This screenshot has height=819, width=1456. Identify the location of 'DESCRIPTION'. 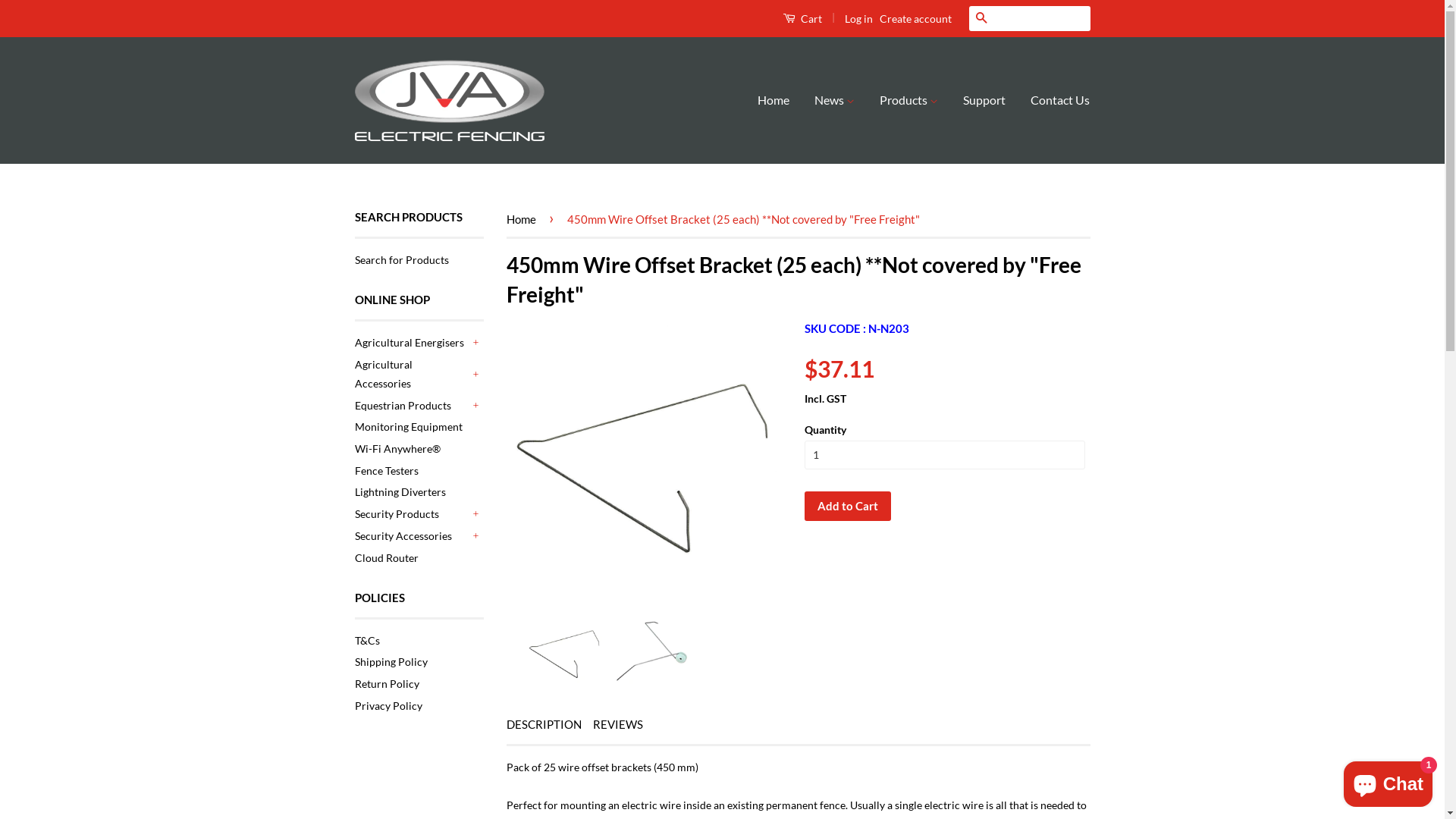
(506, 723).